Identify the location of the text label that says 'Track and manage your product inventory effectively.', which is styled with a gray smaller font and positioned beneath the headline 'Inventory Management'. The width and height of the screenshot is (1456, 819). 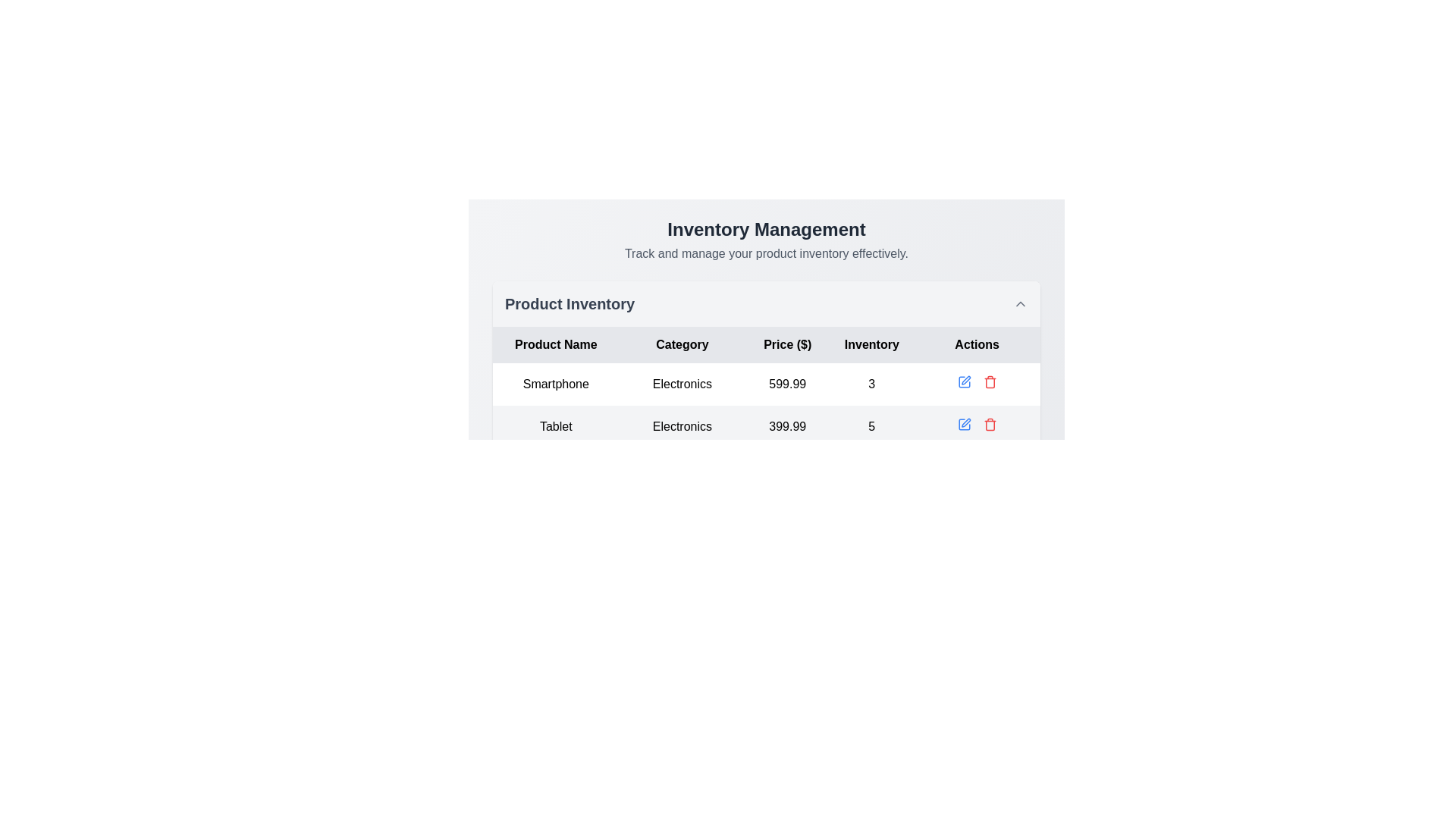
(767, 253).